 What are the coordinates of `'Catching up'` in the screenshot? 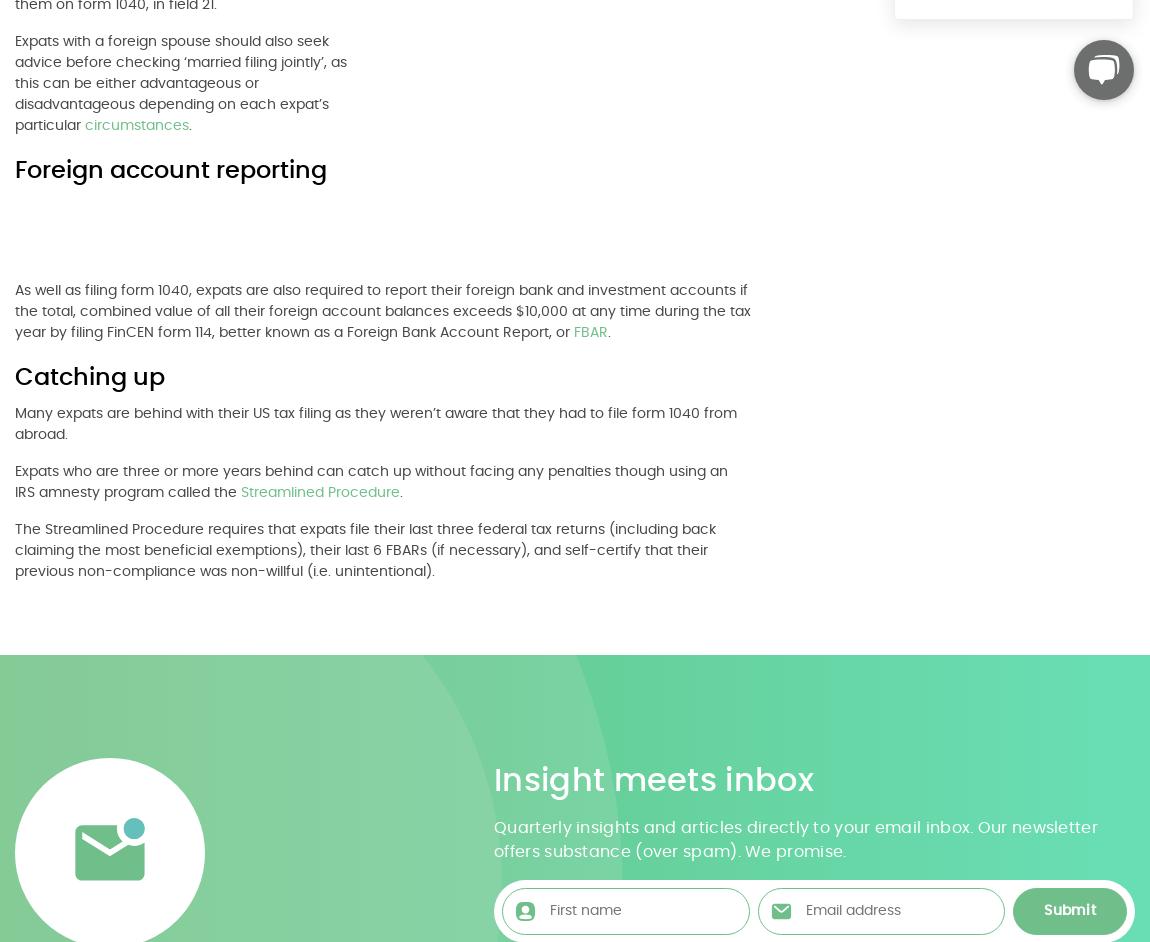 It's located at (89, 378).